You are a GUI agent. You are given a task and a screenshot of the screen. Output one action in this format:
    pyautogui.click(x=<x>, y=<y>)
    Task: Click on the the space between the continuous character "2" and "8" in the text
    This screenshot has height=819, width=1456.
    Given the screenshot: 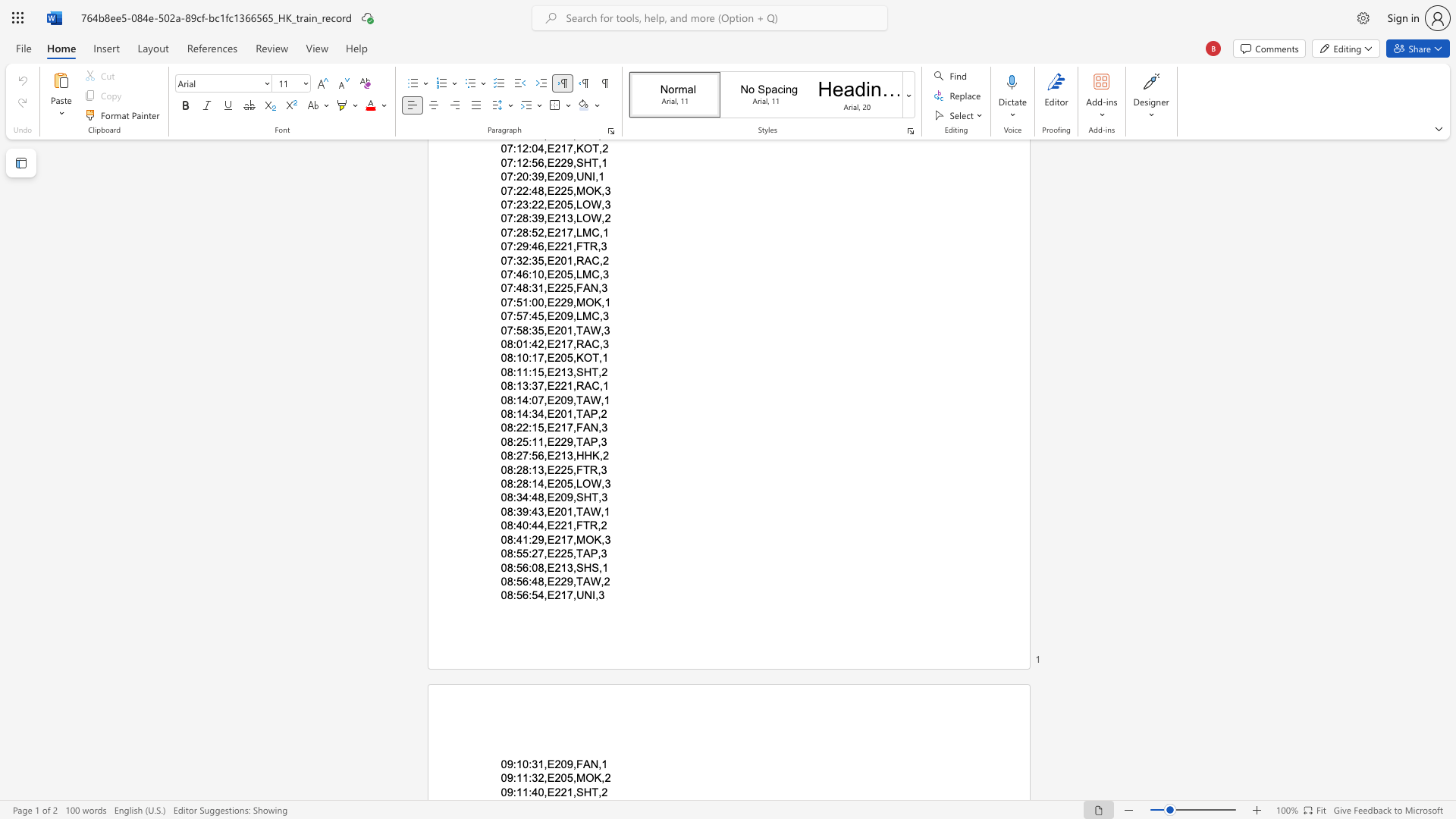 What is the action you would take?
    pyautogui.click(x=522, y=469)
    